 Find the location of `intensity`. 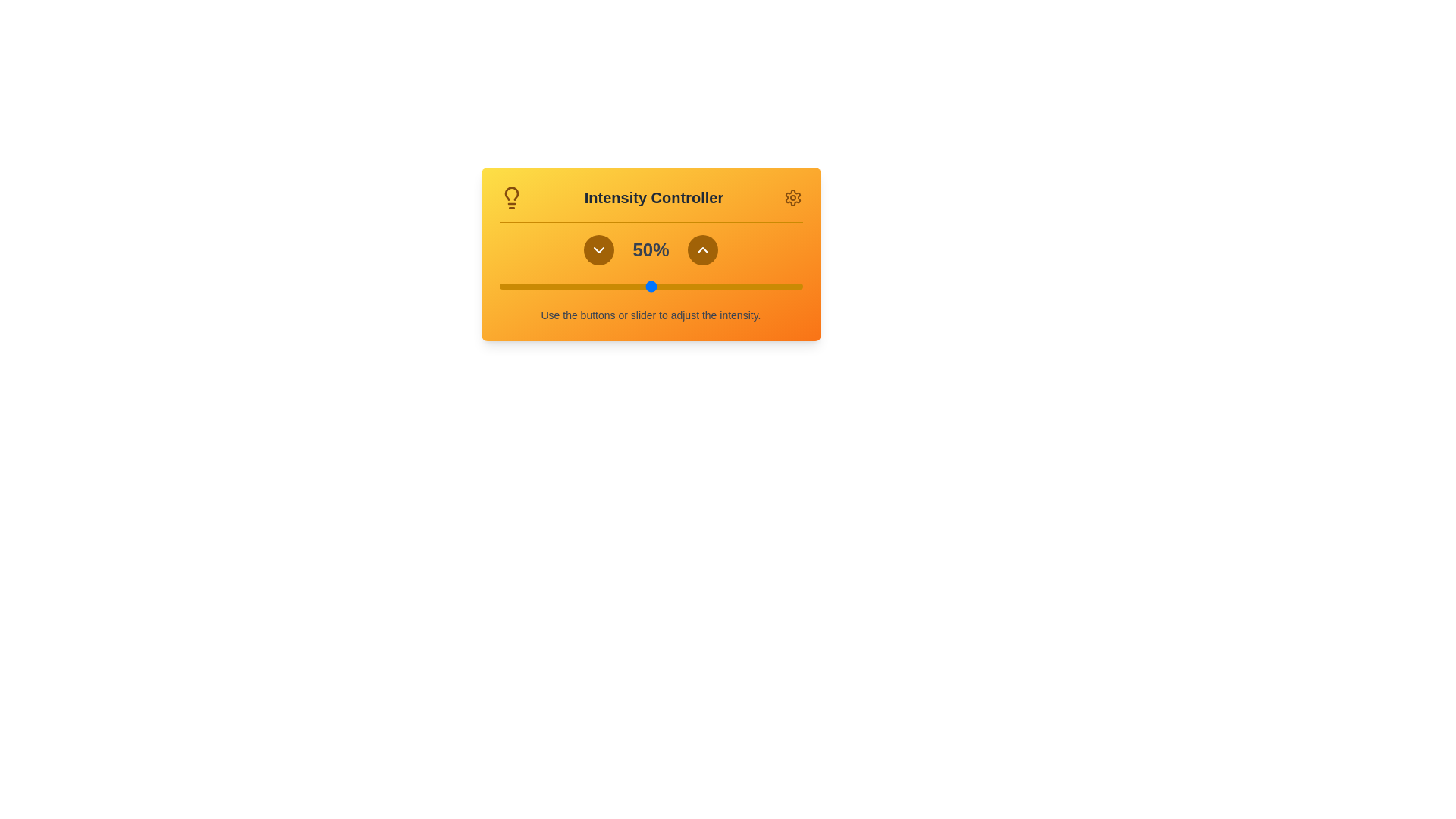

intensity is located at coordinates (523, 287).